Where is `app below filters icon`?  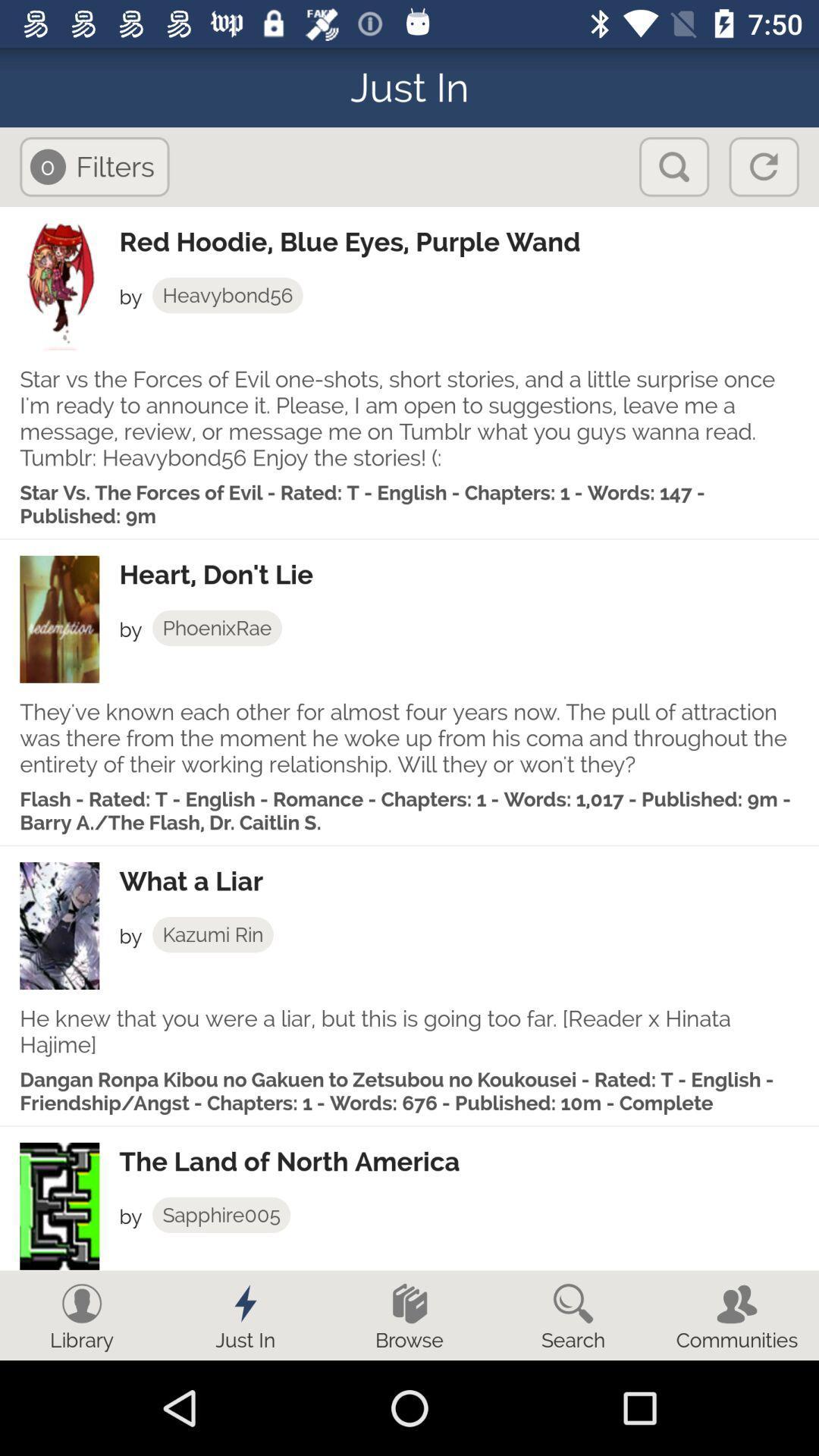 app below filters icon is located at coordinates (468, 241).